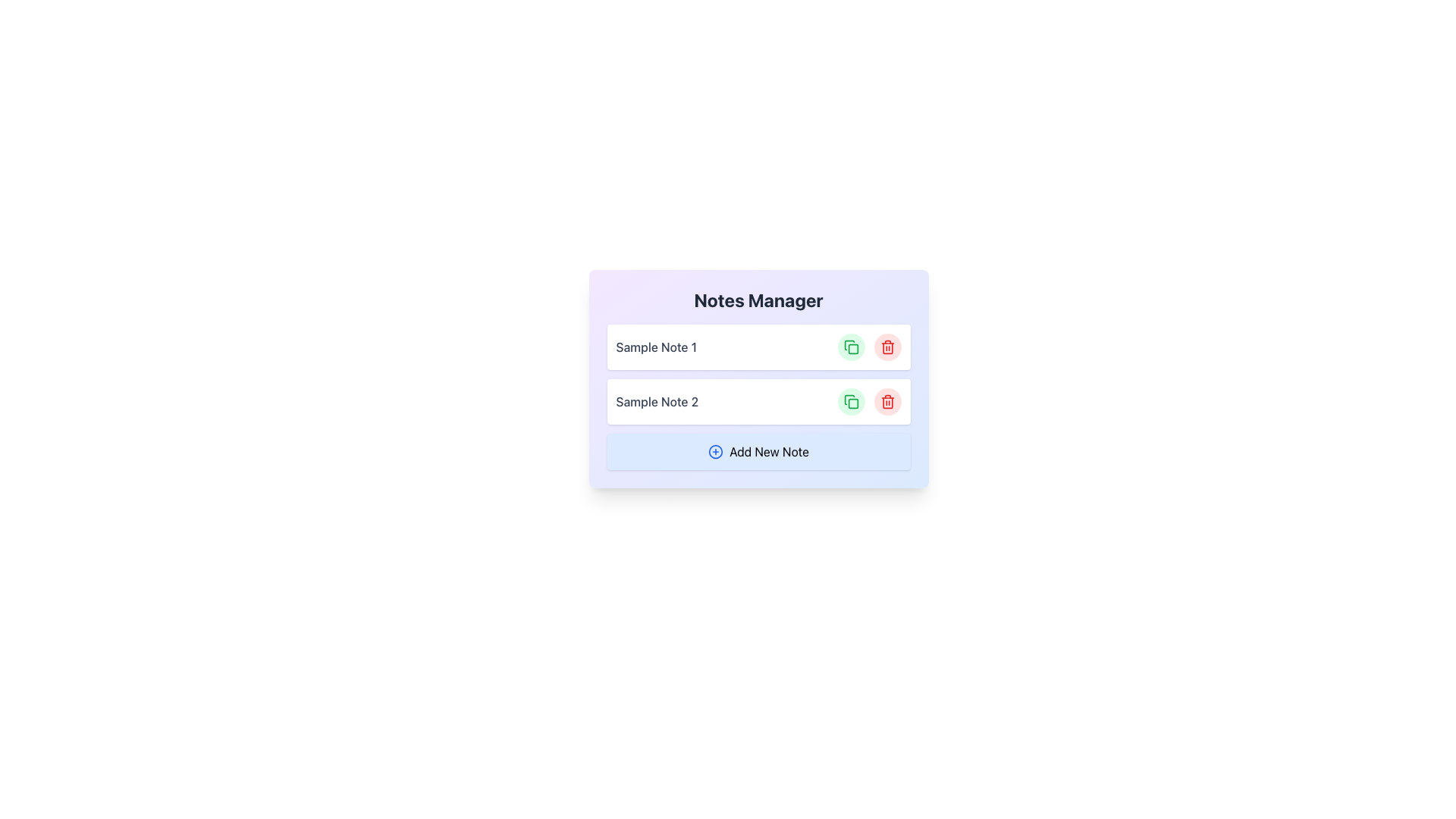  I want to click on the icon representing the action to add a new note, located to the left of the 'Add New Note' button at the bottom of the Notes Manager interface, so click(715, 451).